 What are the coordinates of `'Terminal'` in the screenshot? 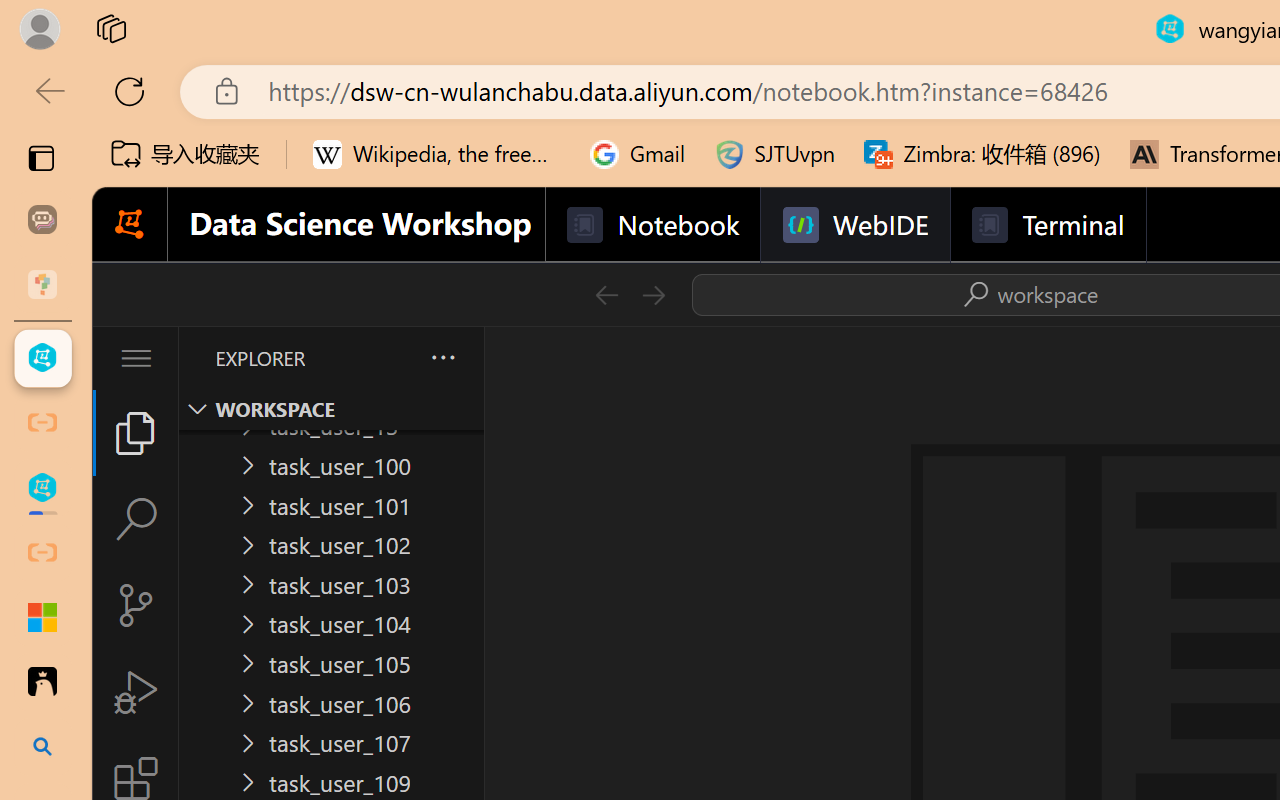 It's located at (1046, 225).